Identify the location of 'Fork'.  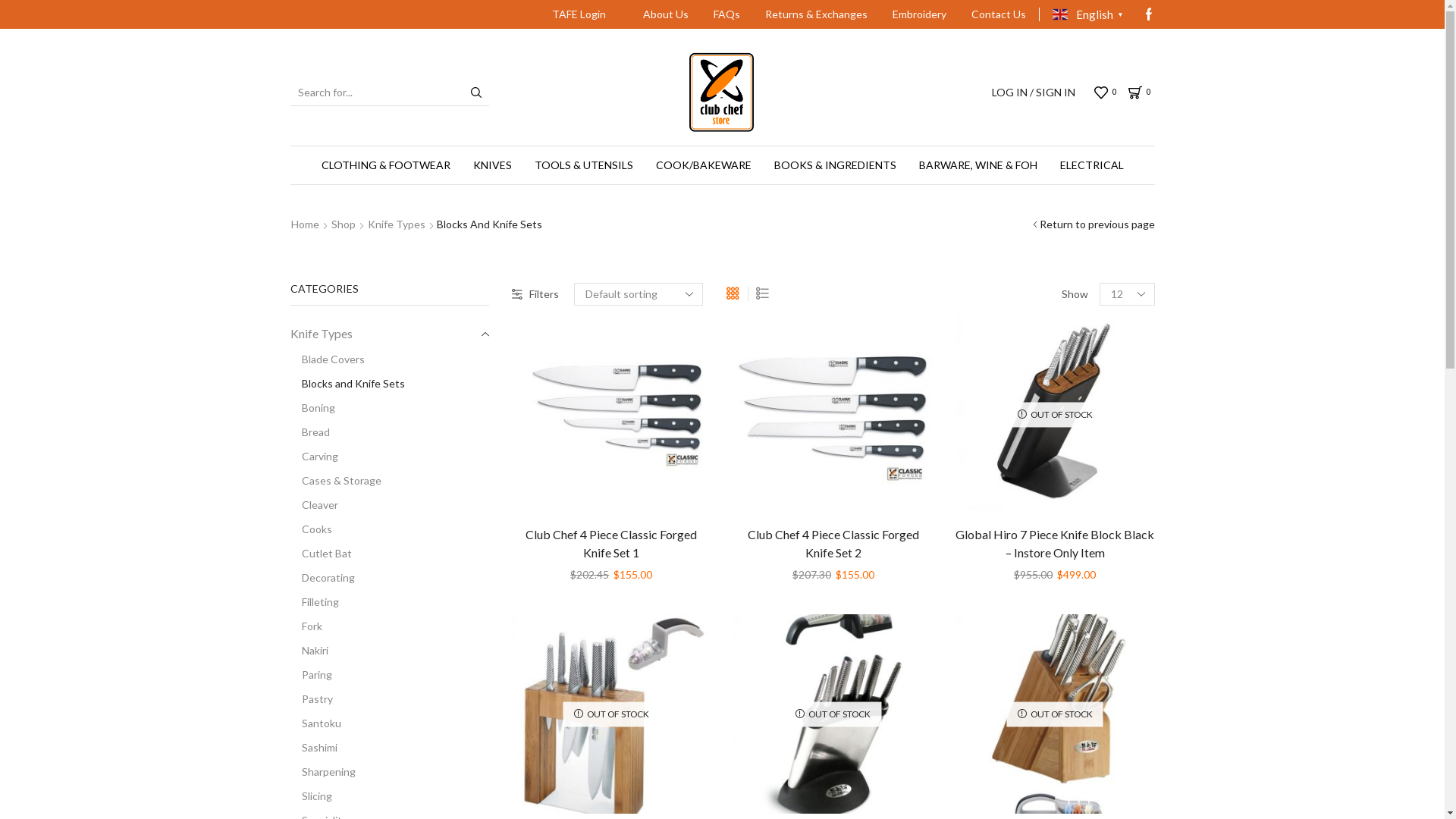
(305, 626).